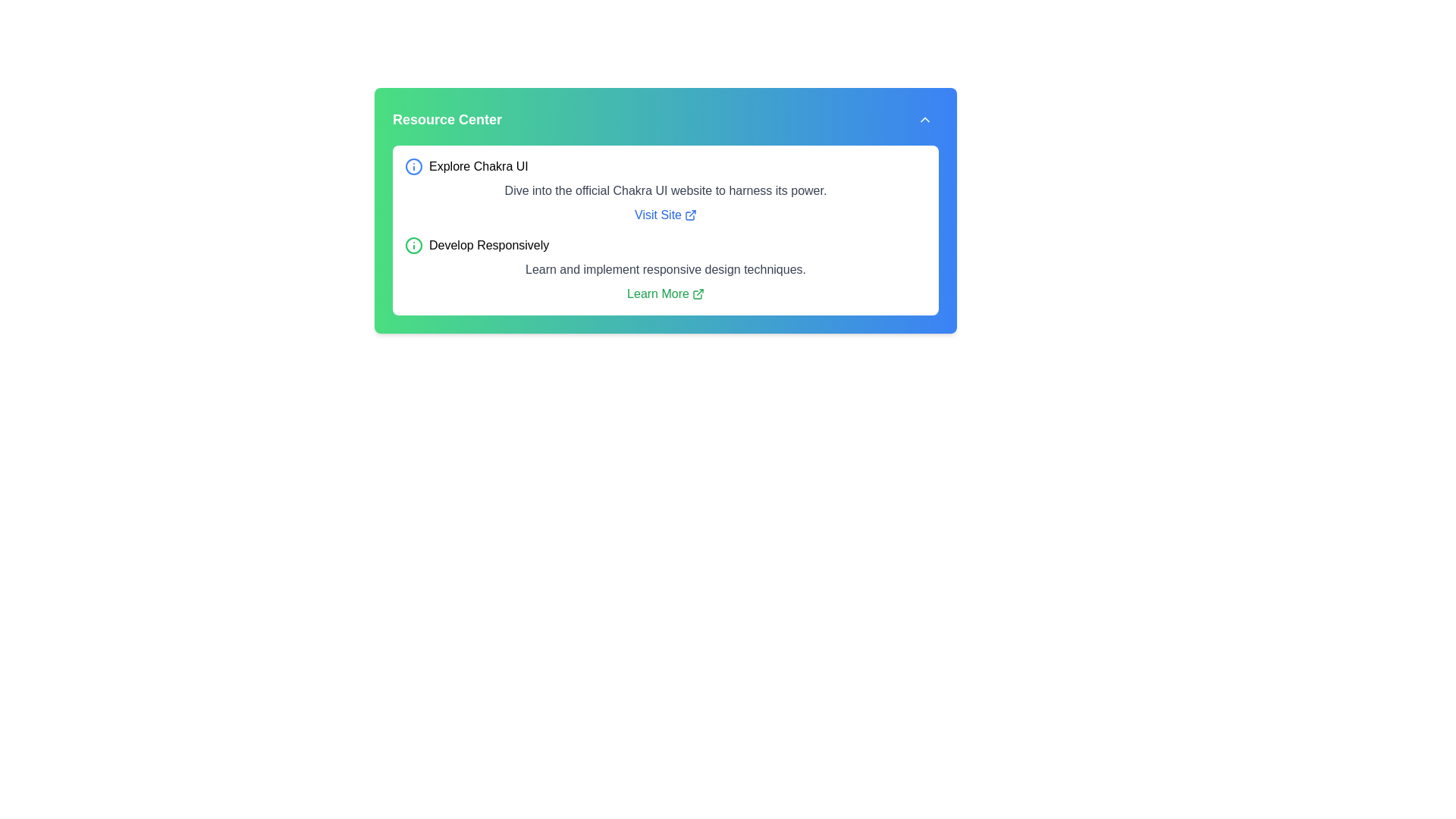  I want to click on the icon that provides supplementary contextual information related to the text 'Develop Responsively', located to the left of the text, so click(414, 245).